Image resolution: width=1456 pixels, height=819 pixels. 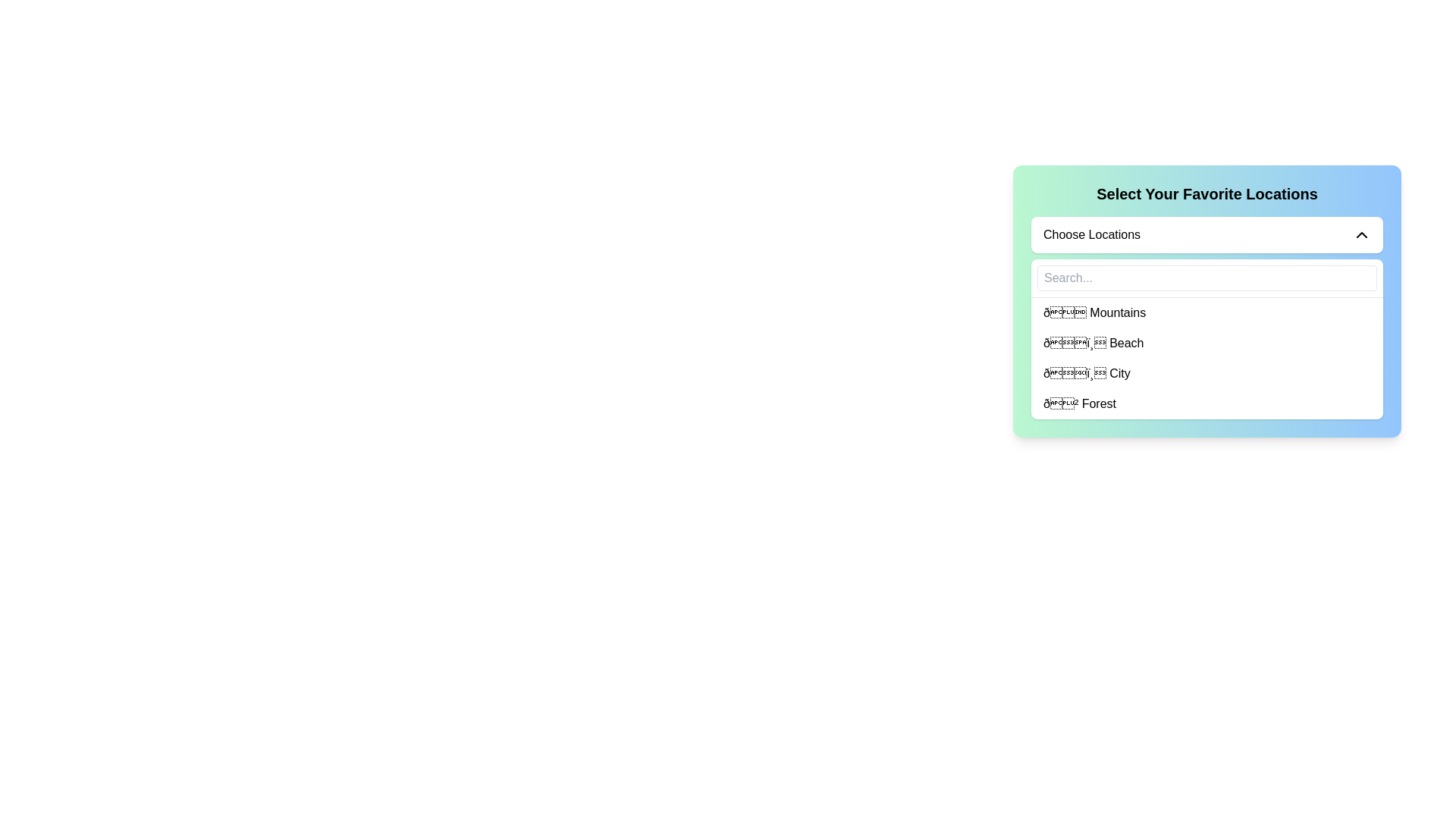 I want to click on the 'City' option in the dropdown list under 'Select Your Favorite Locations', which is the third item following 'Mountains' and 'Beach', so click(x=1207, y=374).